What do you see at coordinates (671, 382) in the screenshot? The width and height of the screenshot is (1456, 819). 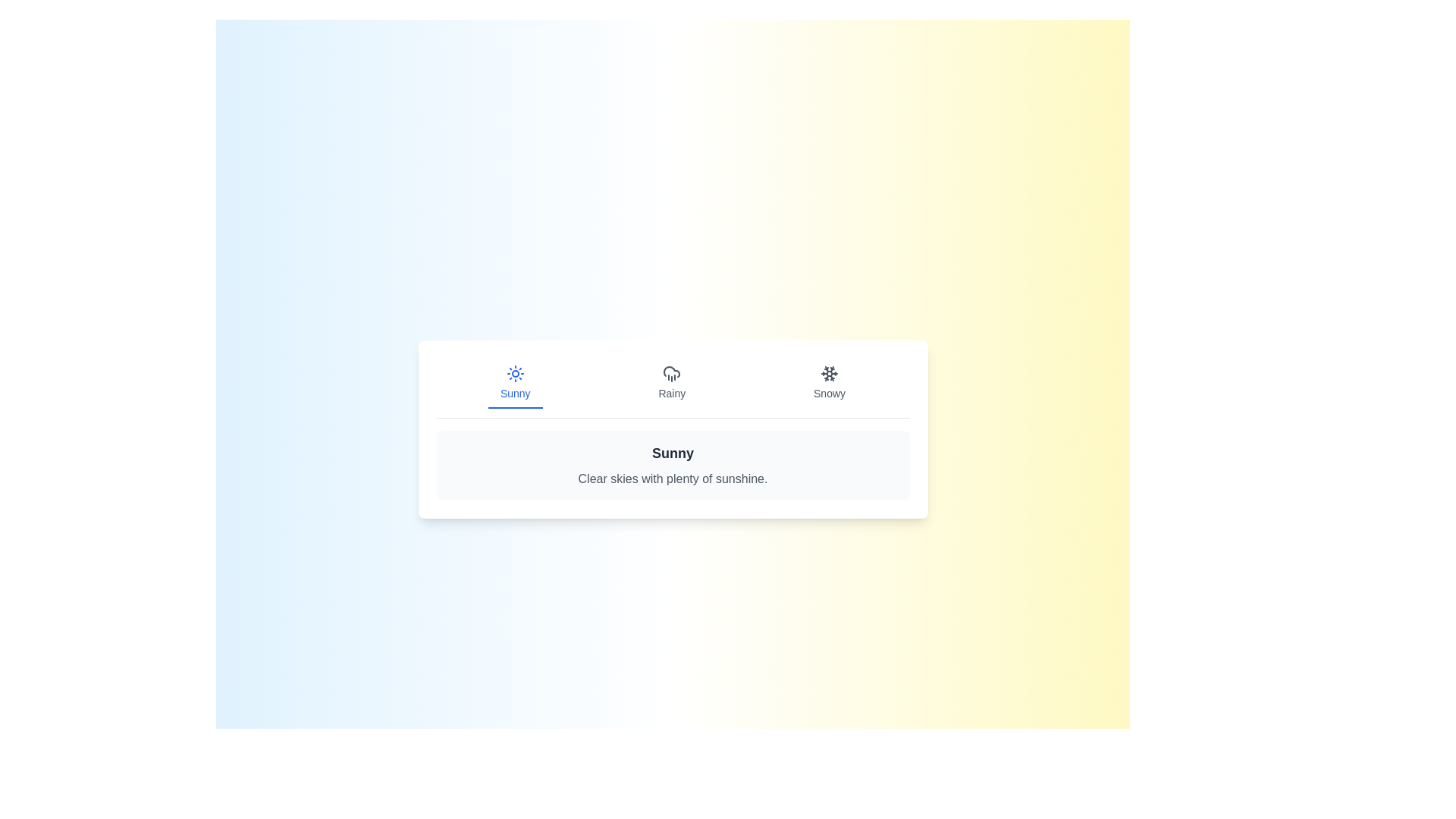 I see `the Rainy weather tab` at bounding box center [671, 382].